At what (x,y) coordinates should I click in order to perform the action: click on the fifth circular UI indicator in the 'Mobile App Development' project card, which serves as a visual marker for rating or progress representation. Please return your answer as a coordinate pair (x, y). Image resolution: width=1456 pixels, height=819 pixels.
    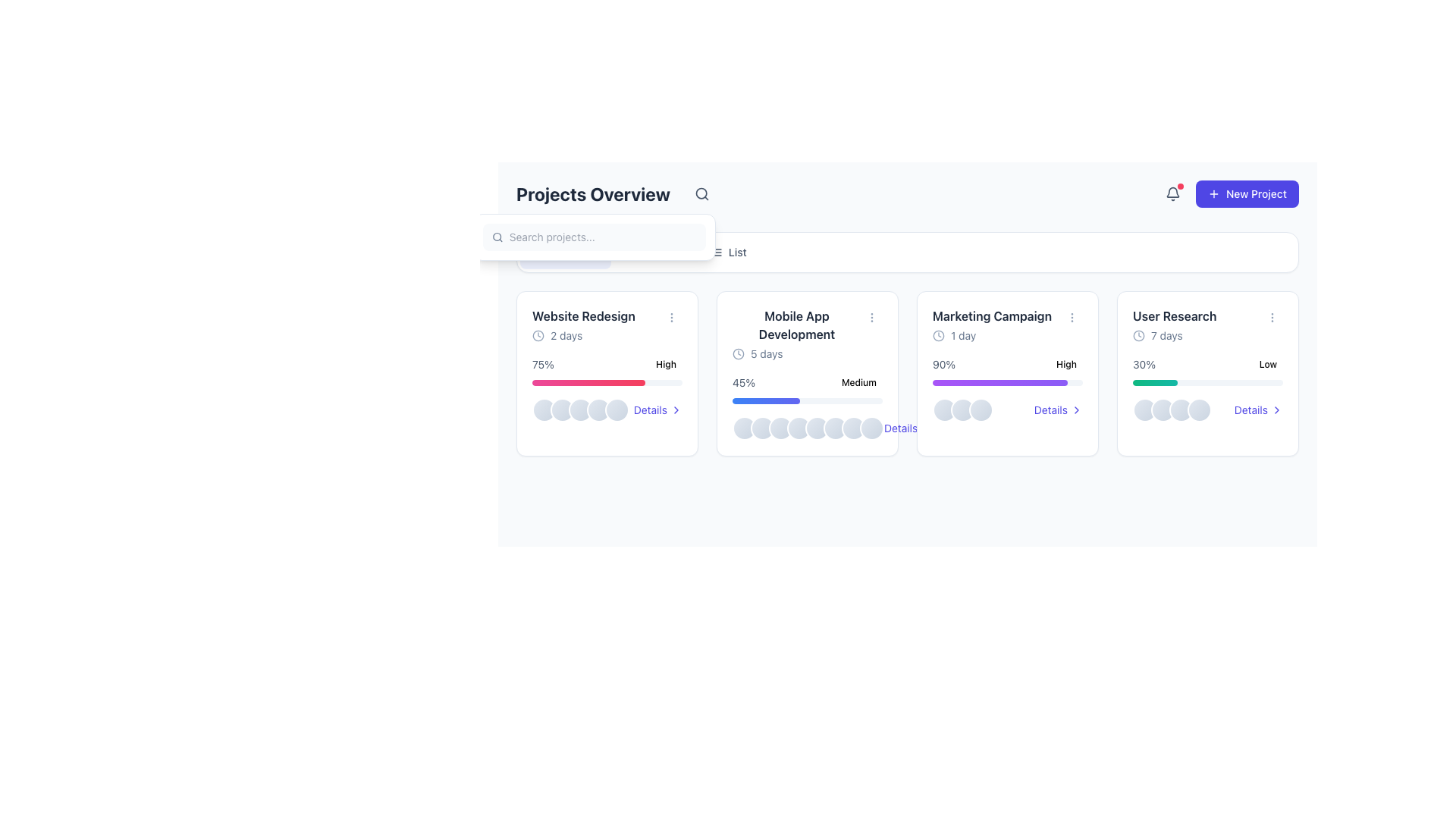
    Looking at the image, I should click on (817, 428).